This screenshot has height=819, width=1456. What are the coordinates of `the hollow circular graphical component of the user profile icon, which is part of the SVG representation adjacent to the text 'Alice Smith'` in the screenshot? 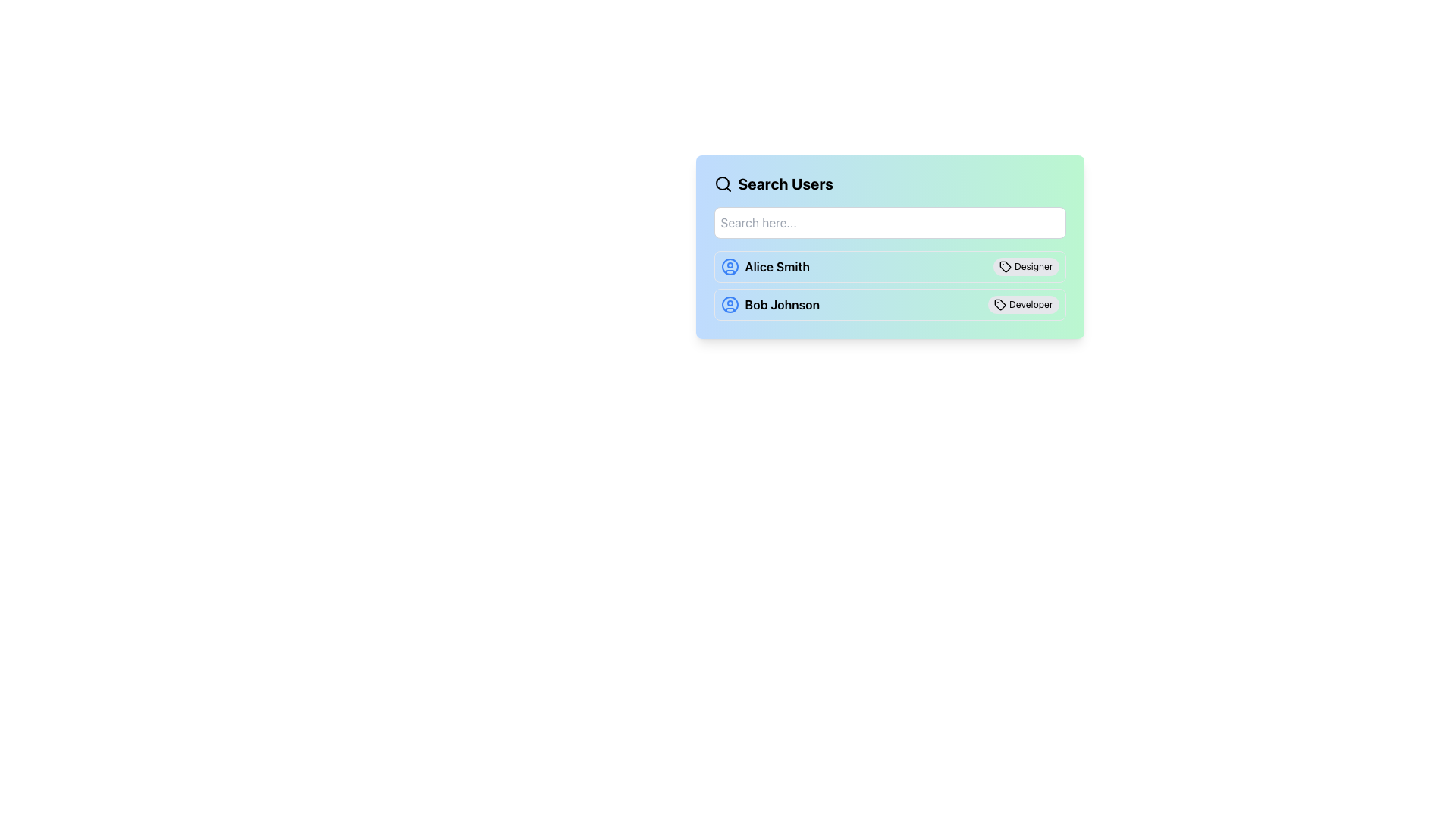 It's located at (730, 265).